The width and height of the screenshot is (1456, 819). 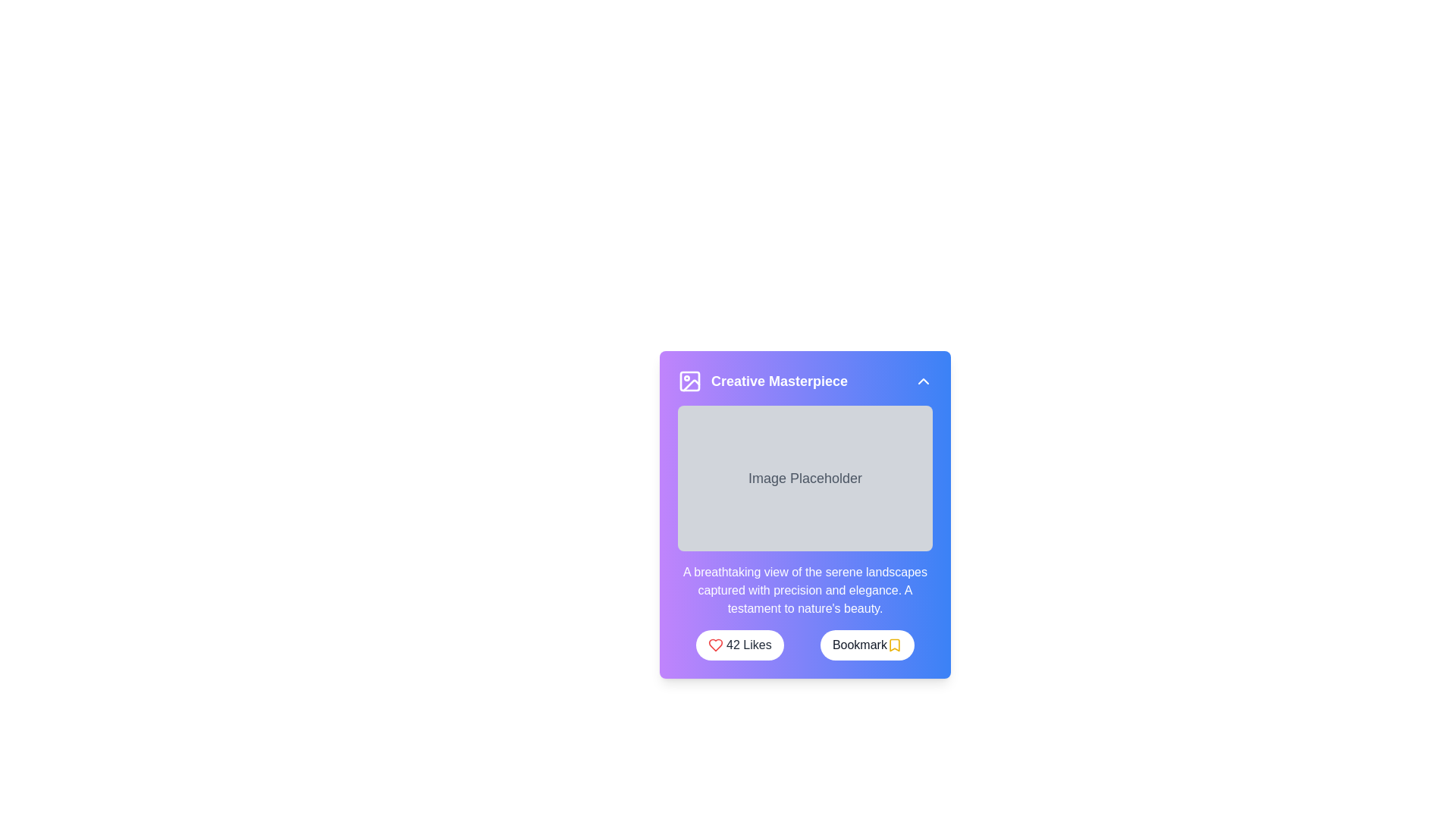 I want to click on the Chevron Arrow Icon located at the top right corner of the 'Creative Masterpiece' header section, beside the 'Creative Masterpiece' text, so click(x=923, y=380).